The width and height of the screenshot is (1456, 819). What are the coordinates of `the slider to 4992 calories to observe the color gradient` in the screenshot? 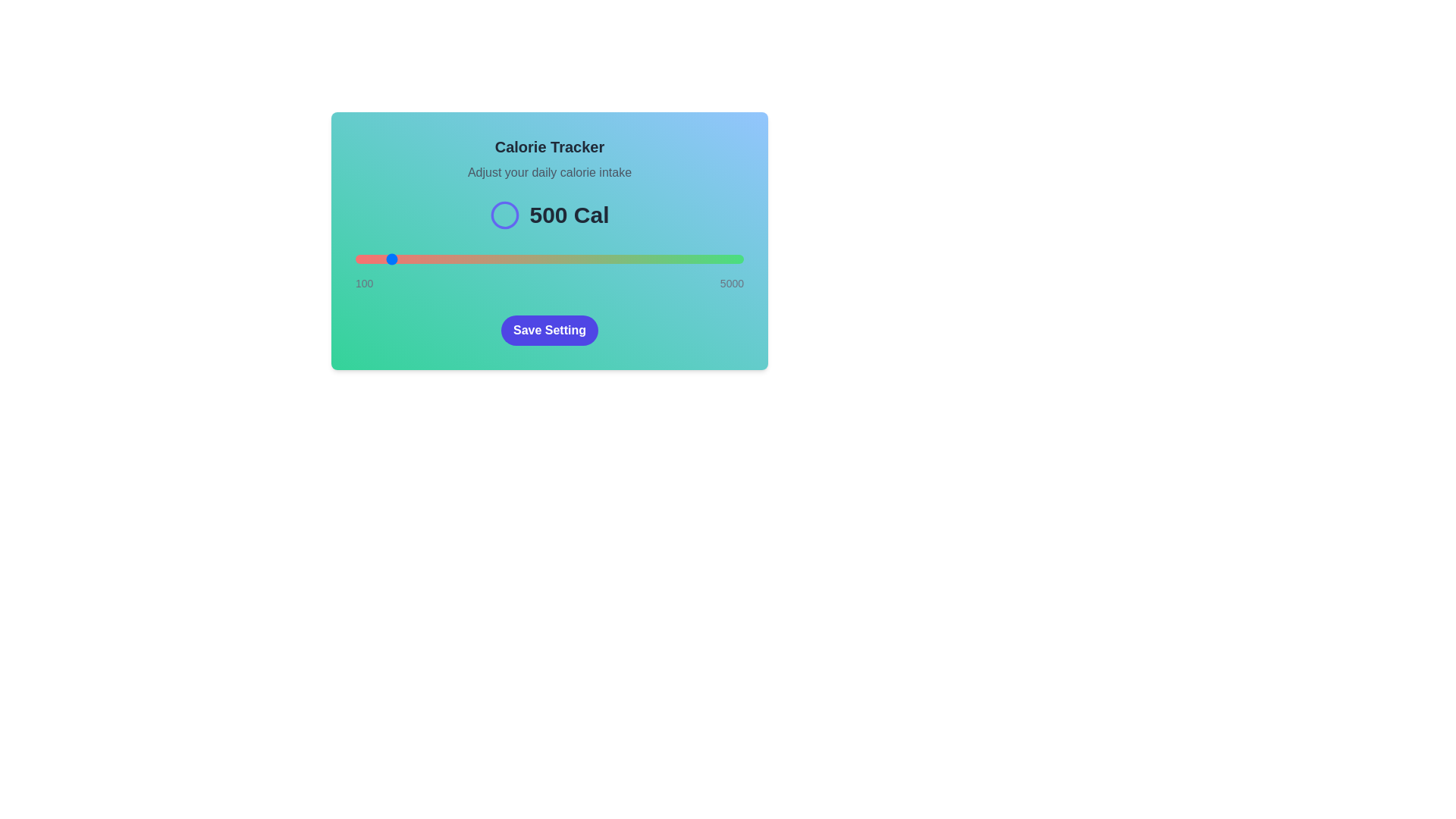 It's located at (743, 259).